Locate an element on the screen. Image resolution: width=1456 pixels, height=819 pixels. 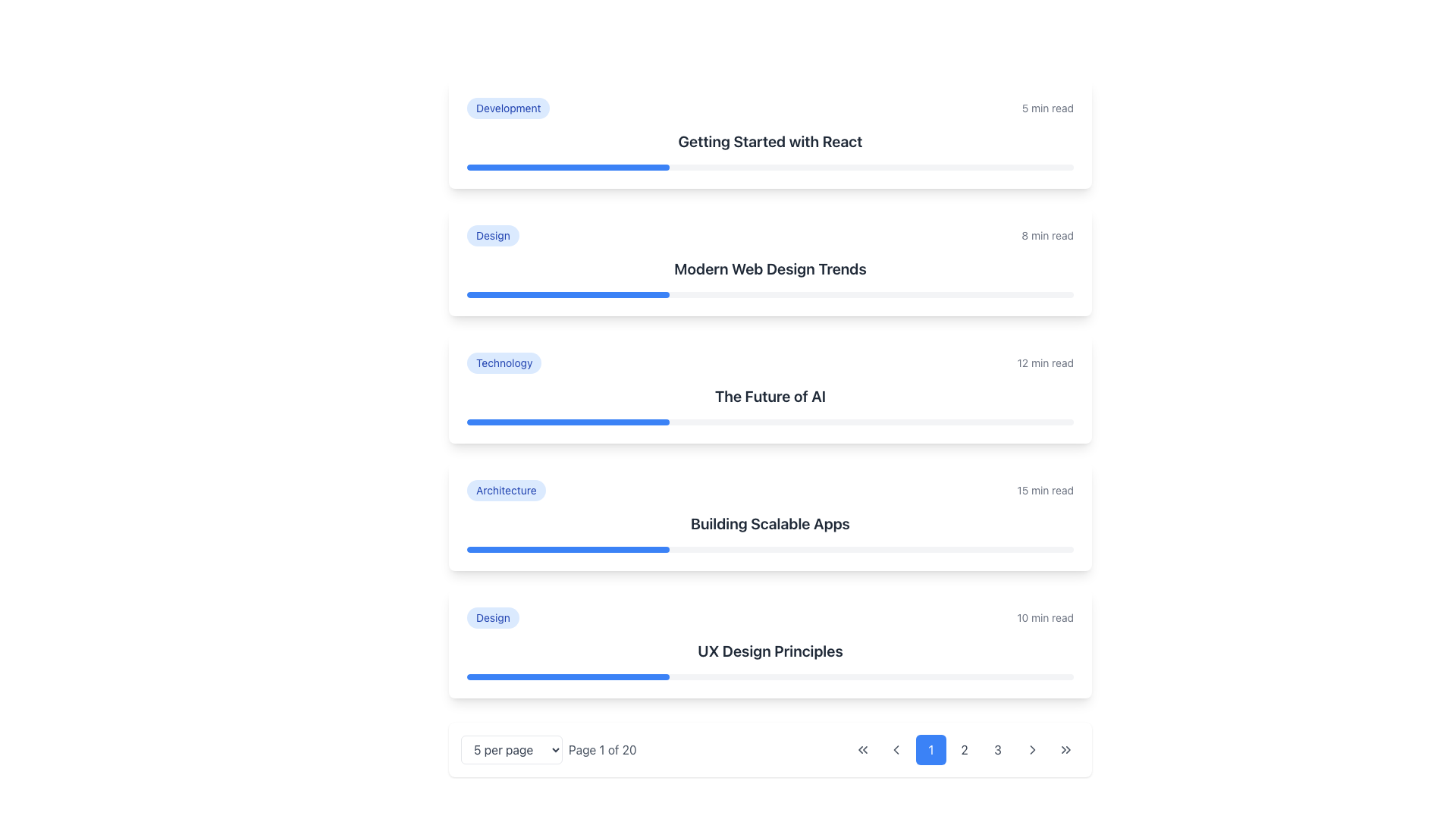
the fourth card in the vertical list of six cards is located at coordinates (770, 516).